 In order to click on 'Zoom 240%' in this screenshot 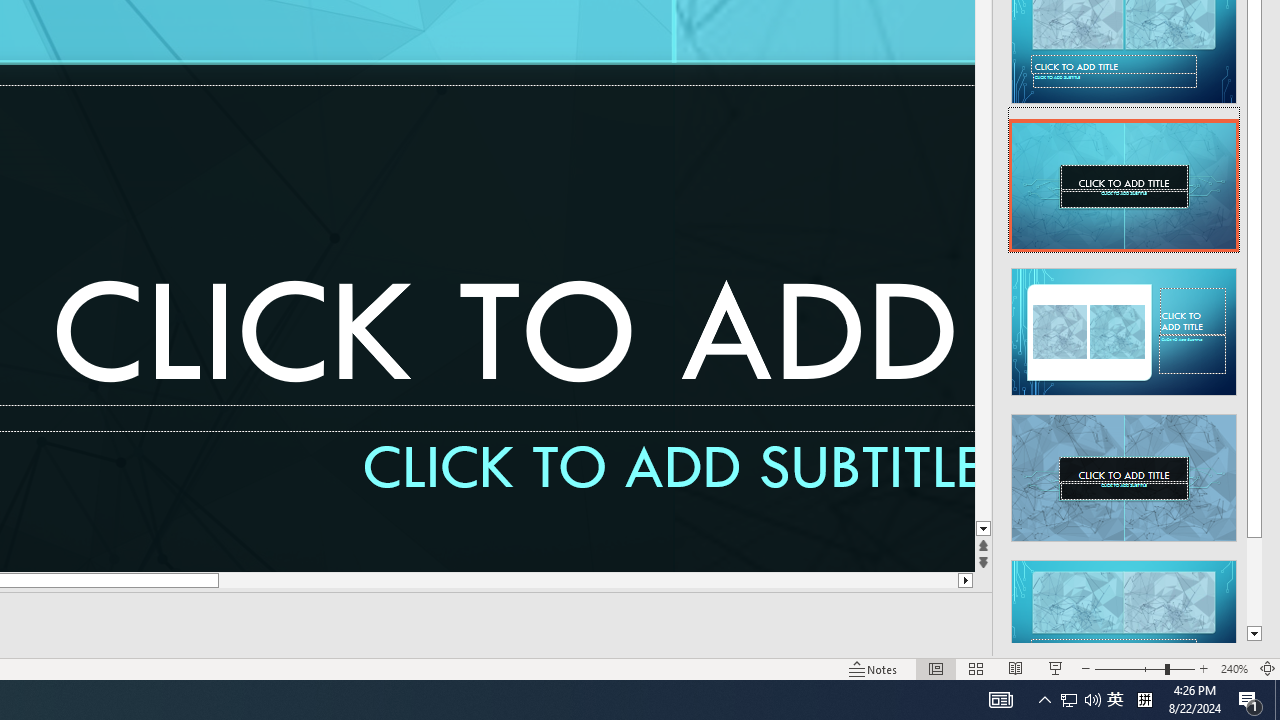, I will do `click(1233, 669)`.